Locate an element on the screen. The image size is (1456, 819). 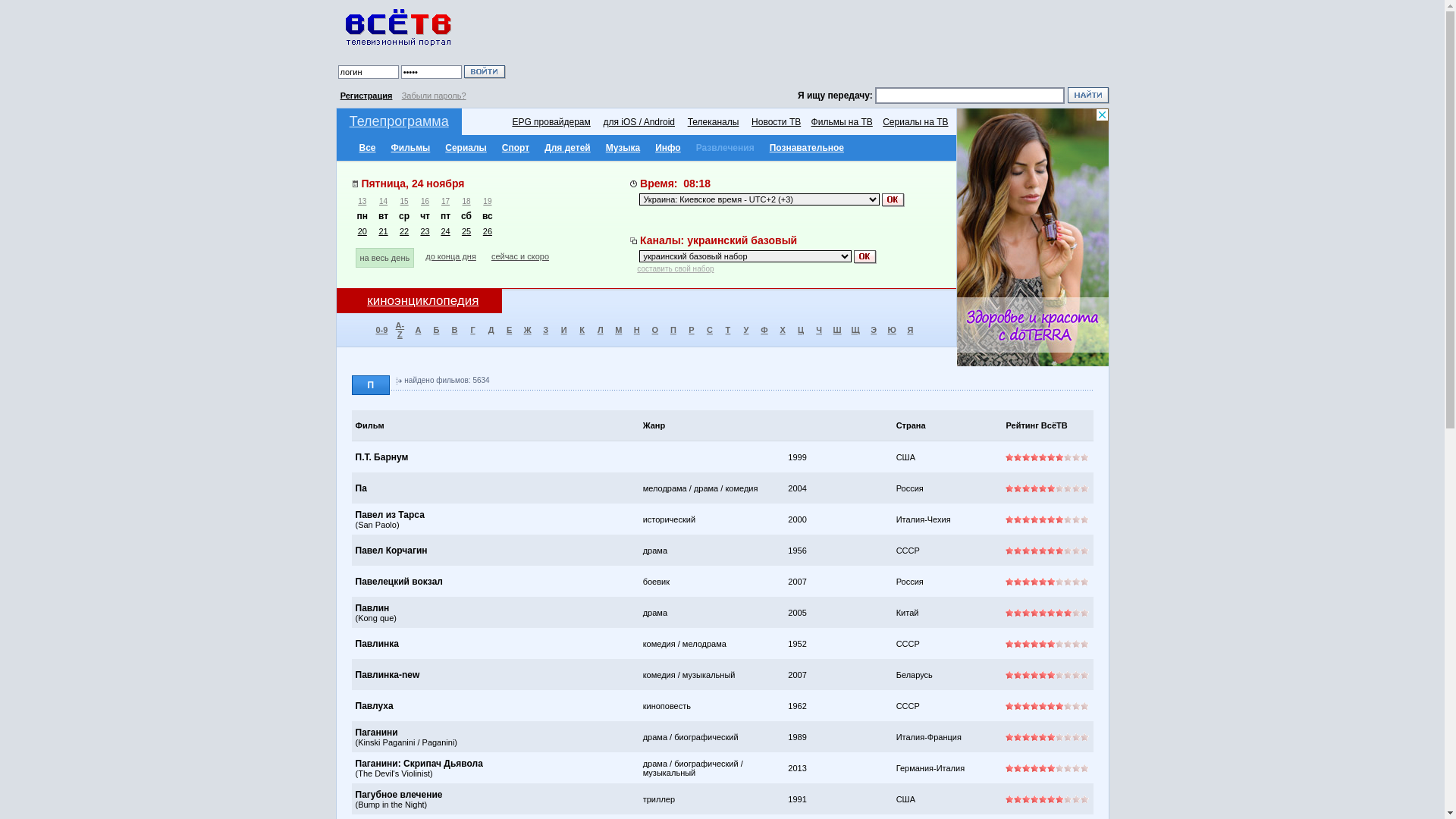
'0-9' is located at coordinates (381, 329).